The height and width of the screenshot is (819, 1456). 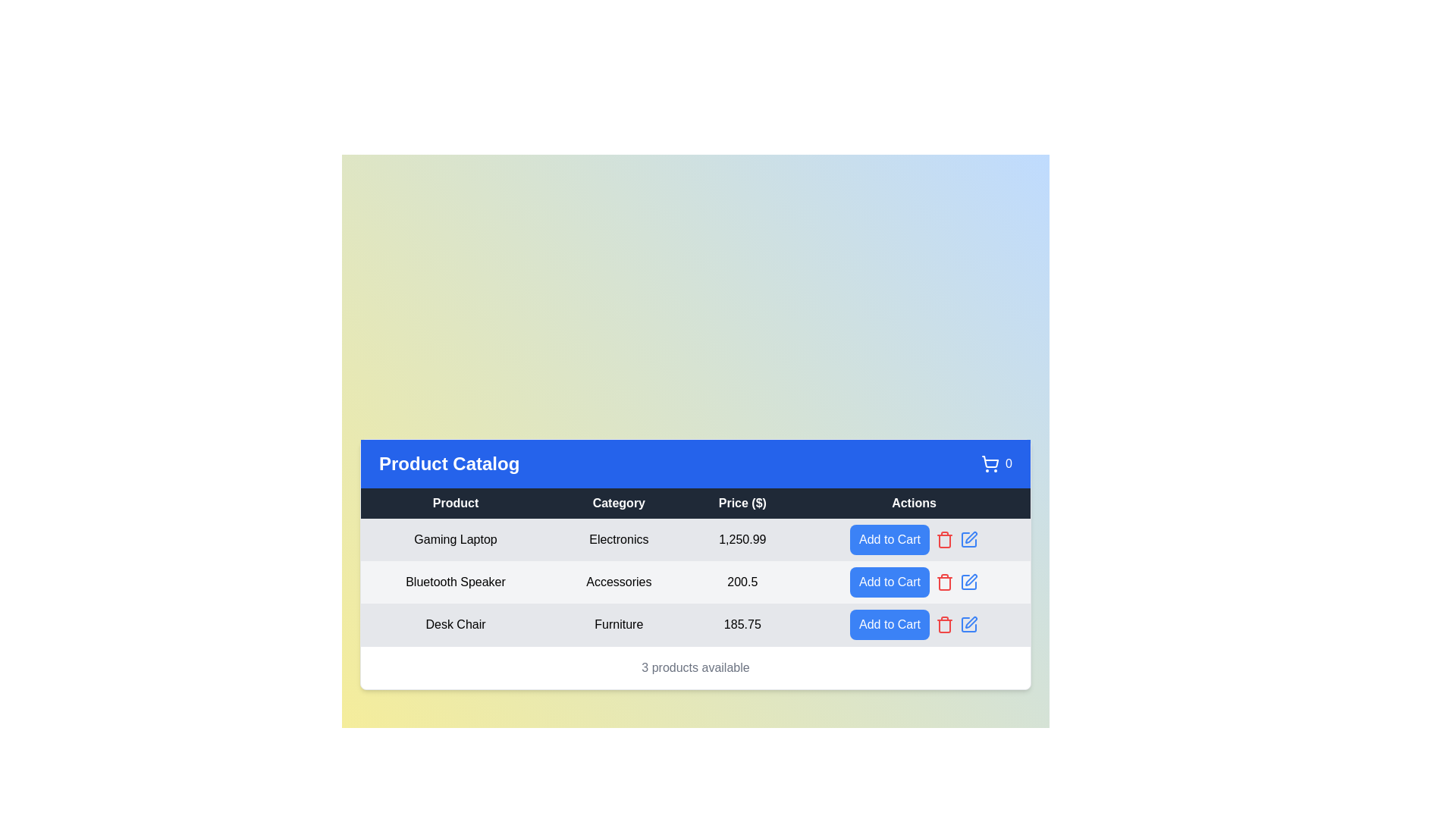 I want to click on the 'Add to Cart' button, which is a rectangular button with a blue background and white text, located in the last row of the product table under the 'Actions' column, so click(x=913, y=624).